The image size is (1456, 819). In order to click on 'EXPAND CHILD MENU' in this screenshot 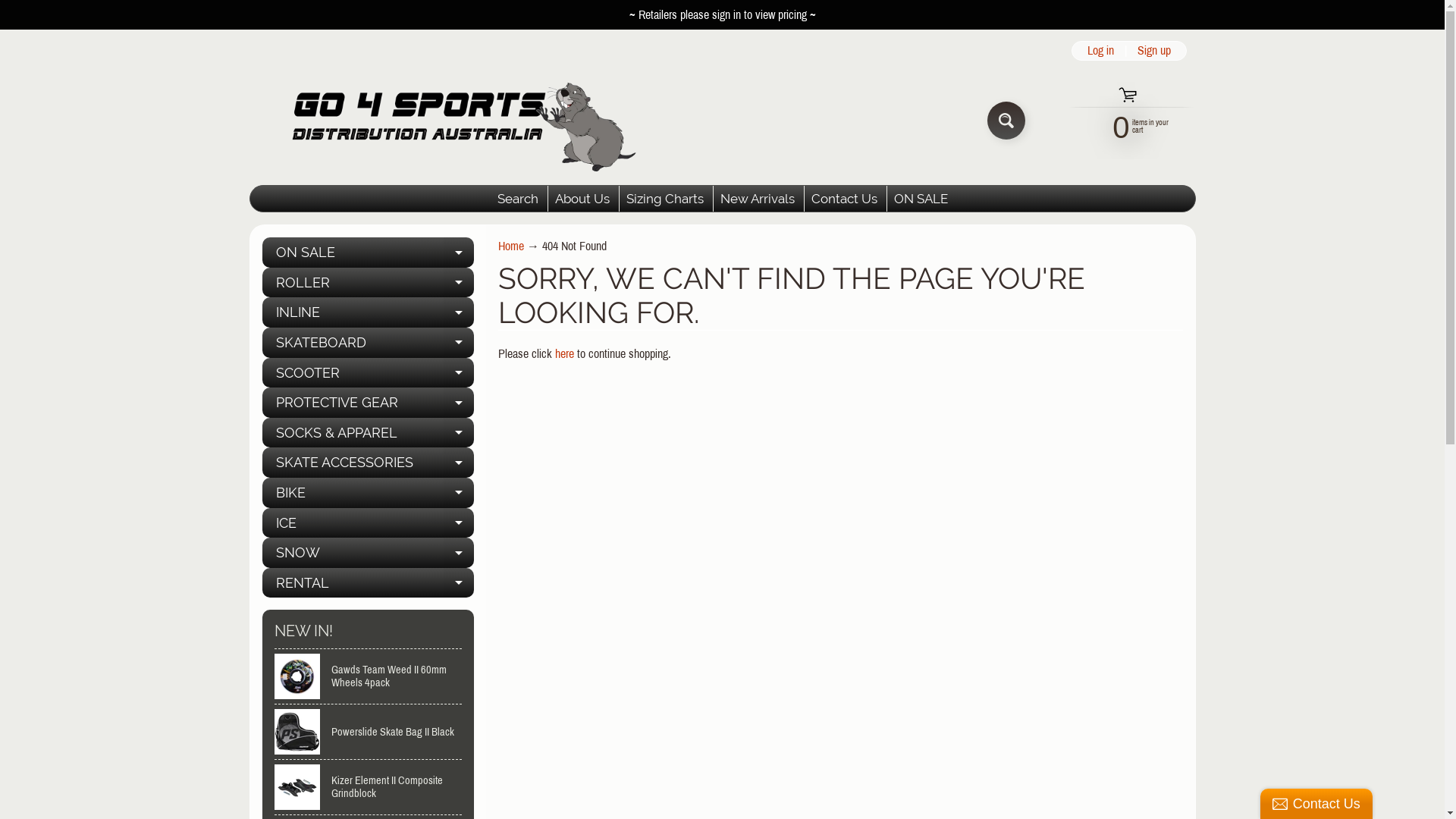, I will do `click(457, 582)`.